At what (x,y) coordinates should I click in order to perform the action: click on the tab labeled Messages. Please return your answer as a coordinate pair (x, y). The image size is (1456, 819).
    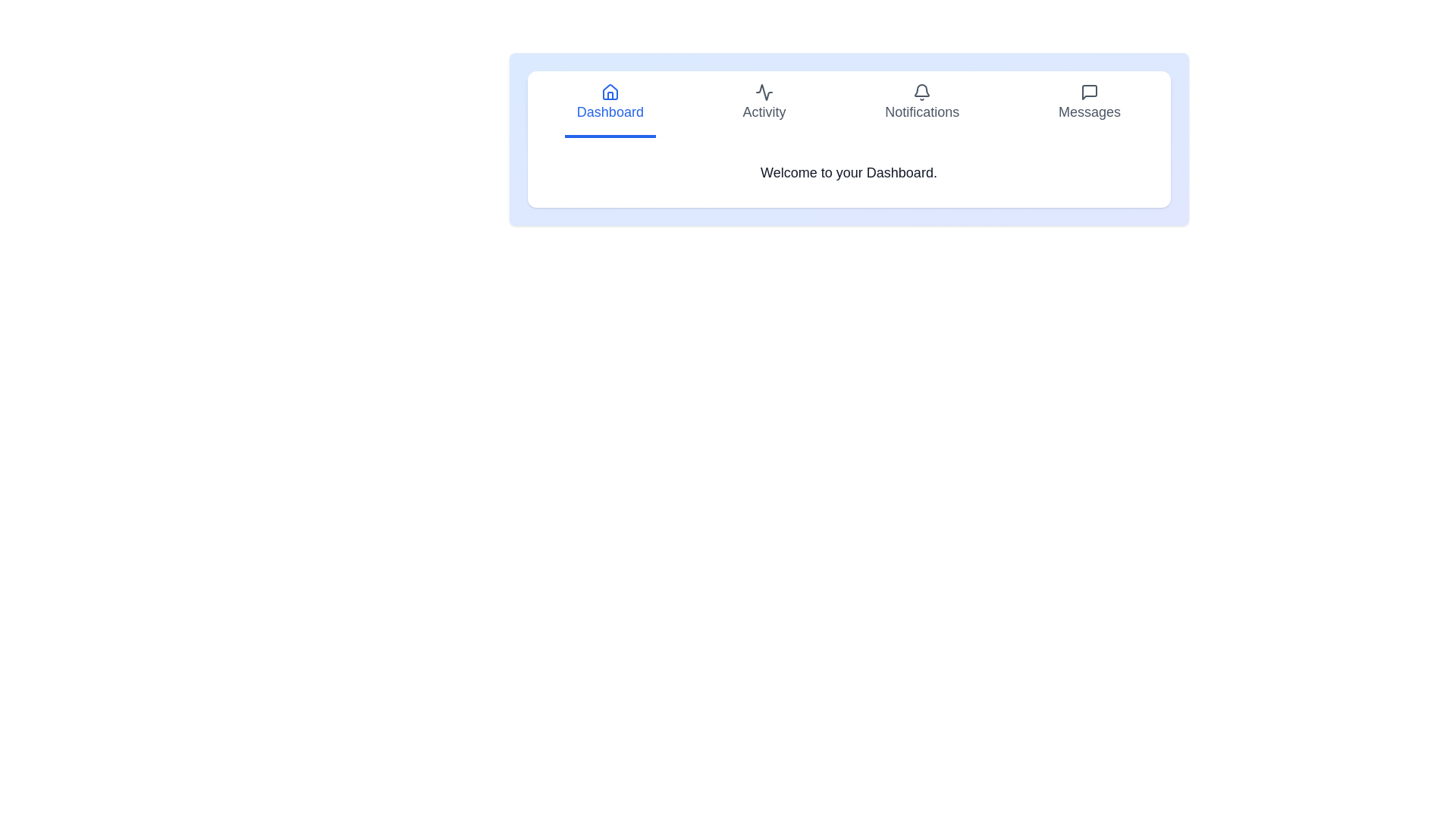
    Looking at the image, I should click on (1089, 104).